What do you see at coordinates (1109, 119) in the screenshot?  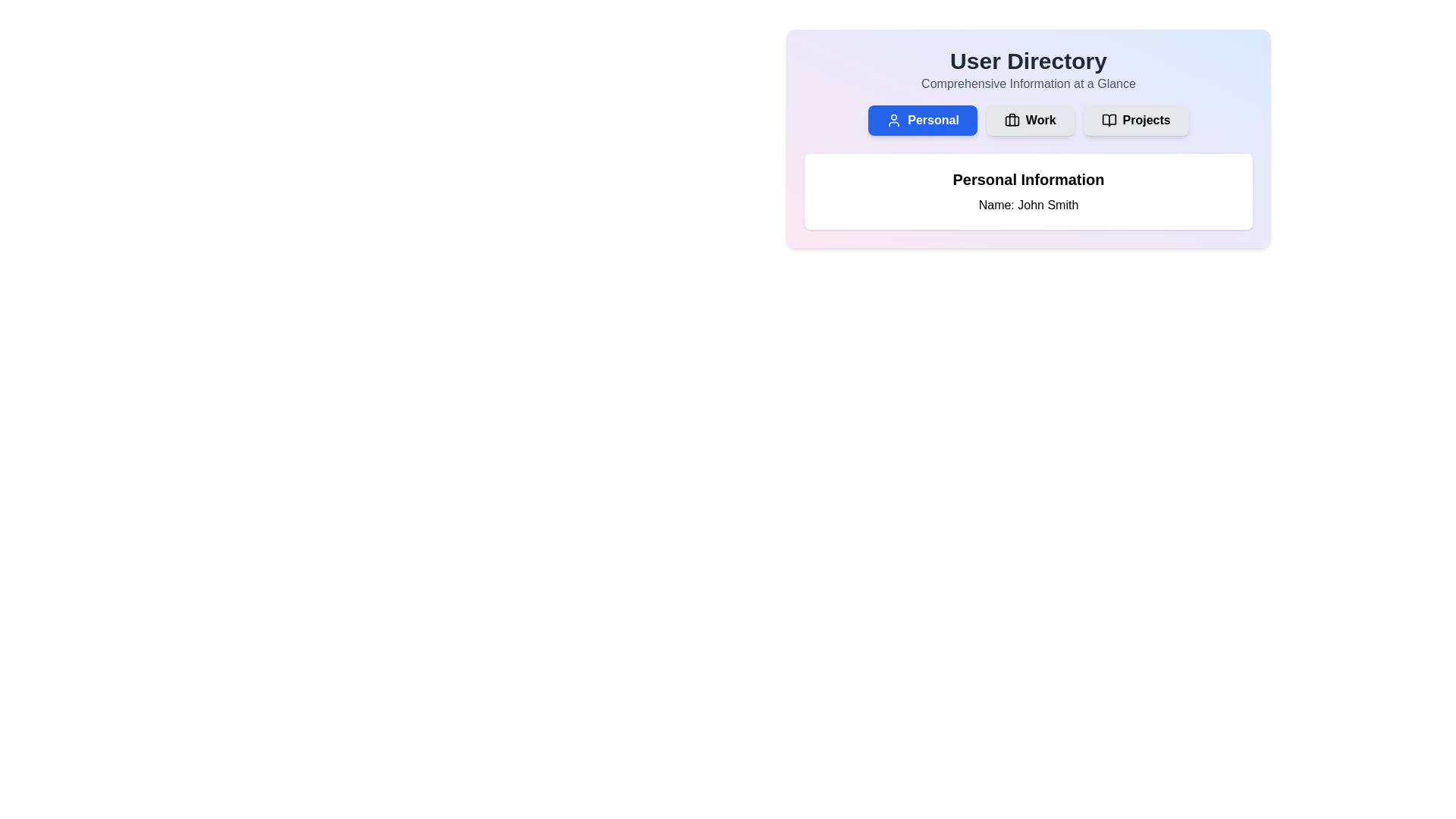 I see `the 'Projects' button icon, which is the third button in a row of three buttons labeled 'Personal', 'Work', and 'Projects'` at bounding box center [1109, 119].